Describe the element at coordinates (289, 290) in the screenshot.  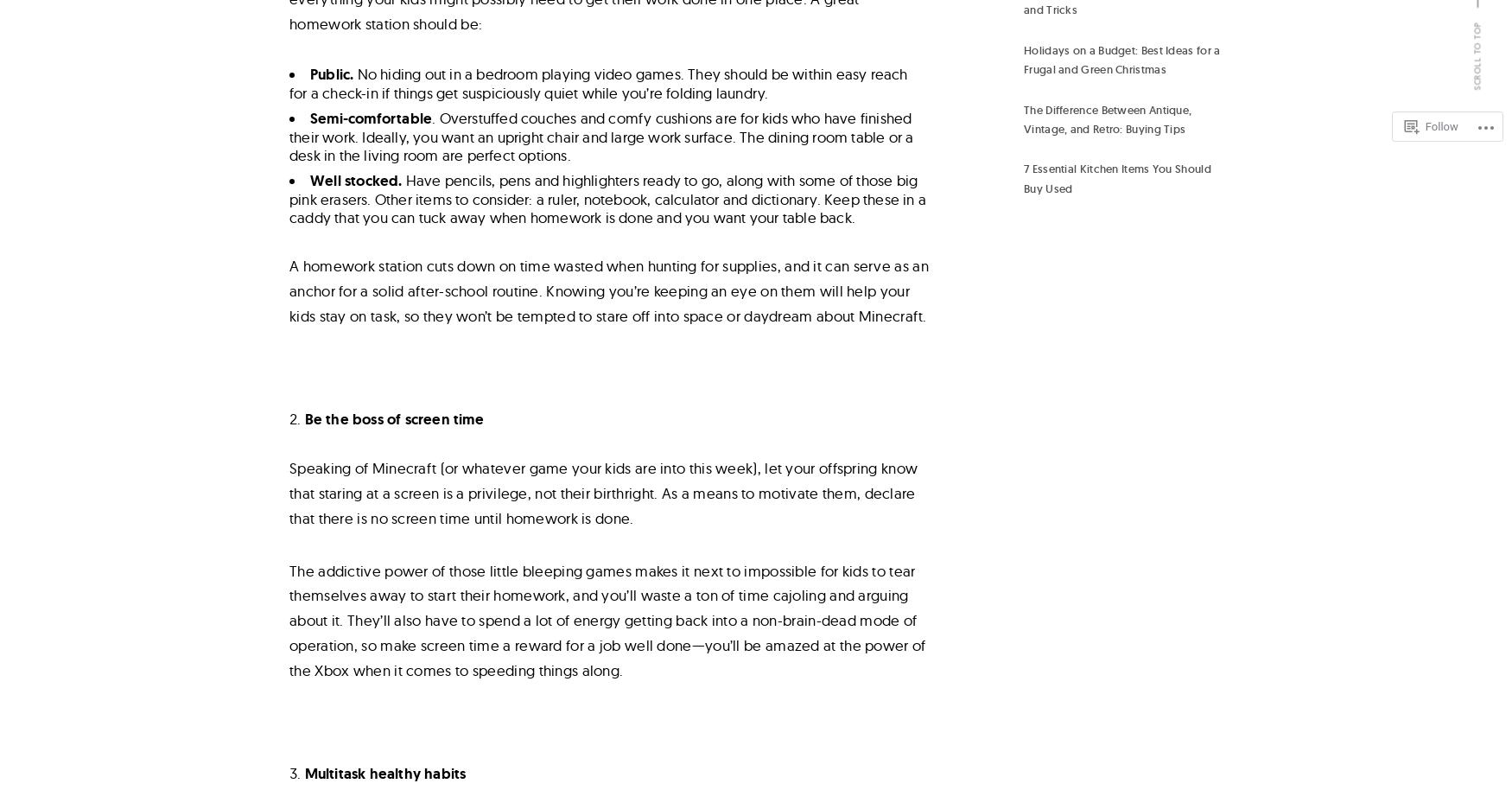
I see `'A homework station cuts down on time wasted when hunting for supplies, and it can serve as an anchor for a solid after-school routine. Knowing you’re keeping an eye on them will help your kids stay on task, so they won’t be tempted to stare off into space or daydream about Minecraft.'` at that location.